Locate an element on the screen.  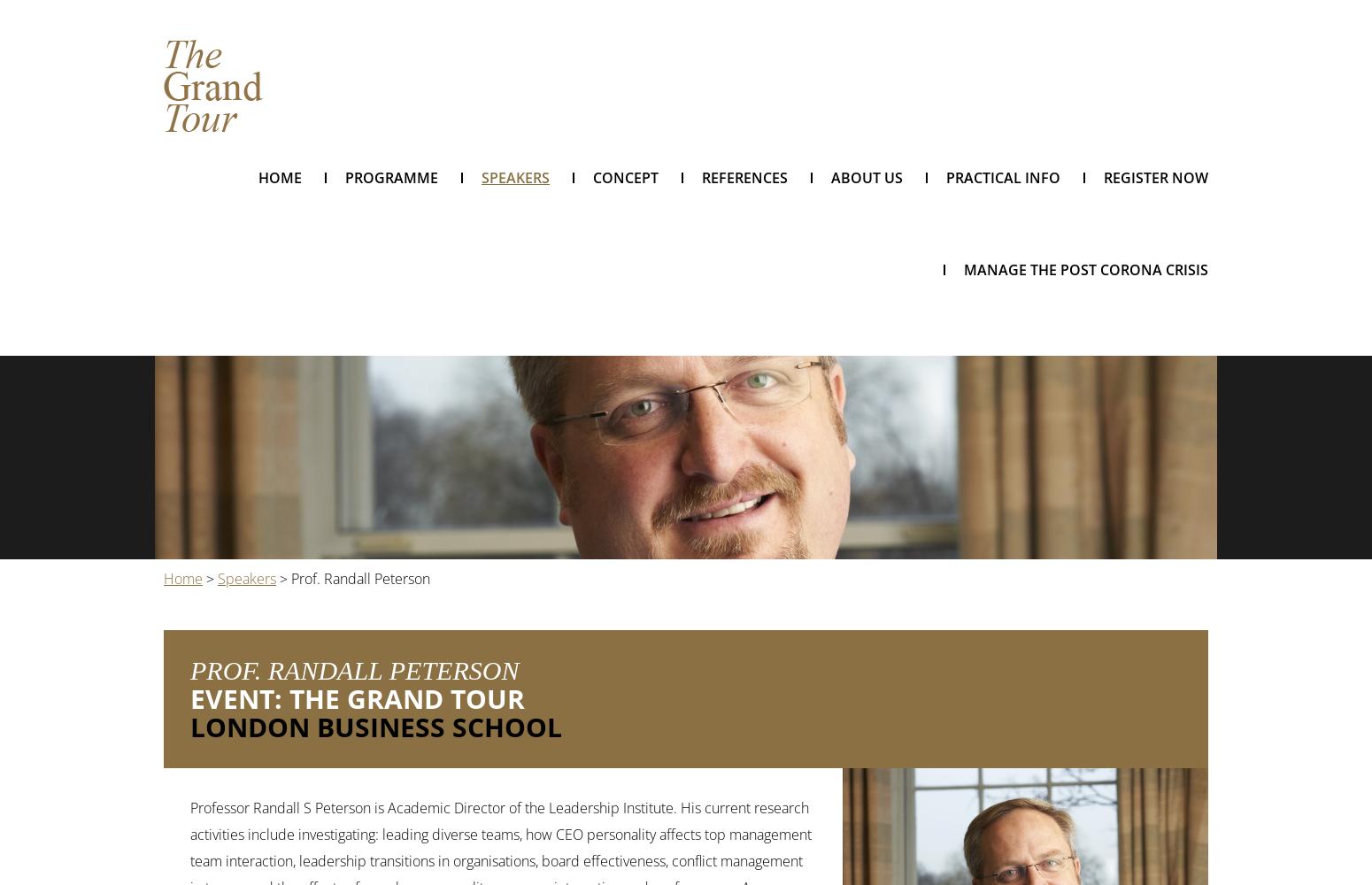
'Concept' is located at coordinates (625, 177).